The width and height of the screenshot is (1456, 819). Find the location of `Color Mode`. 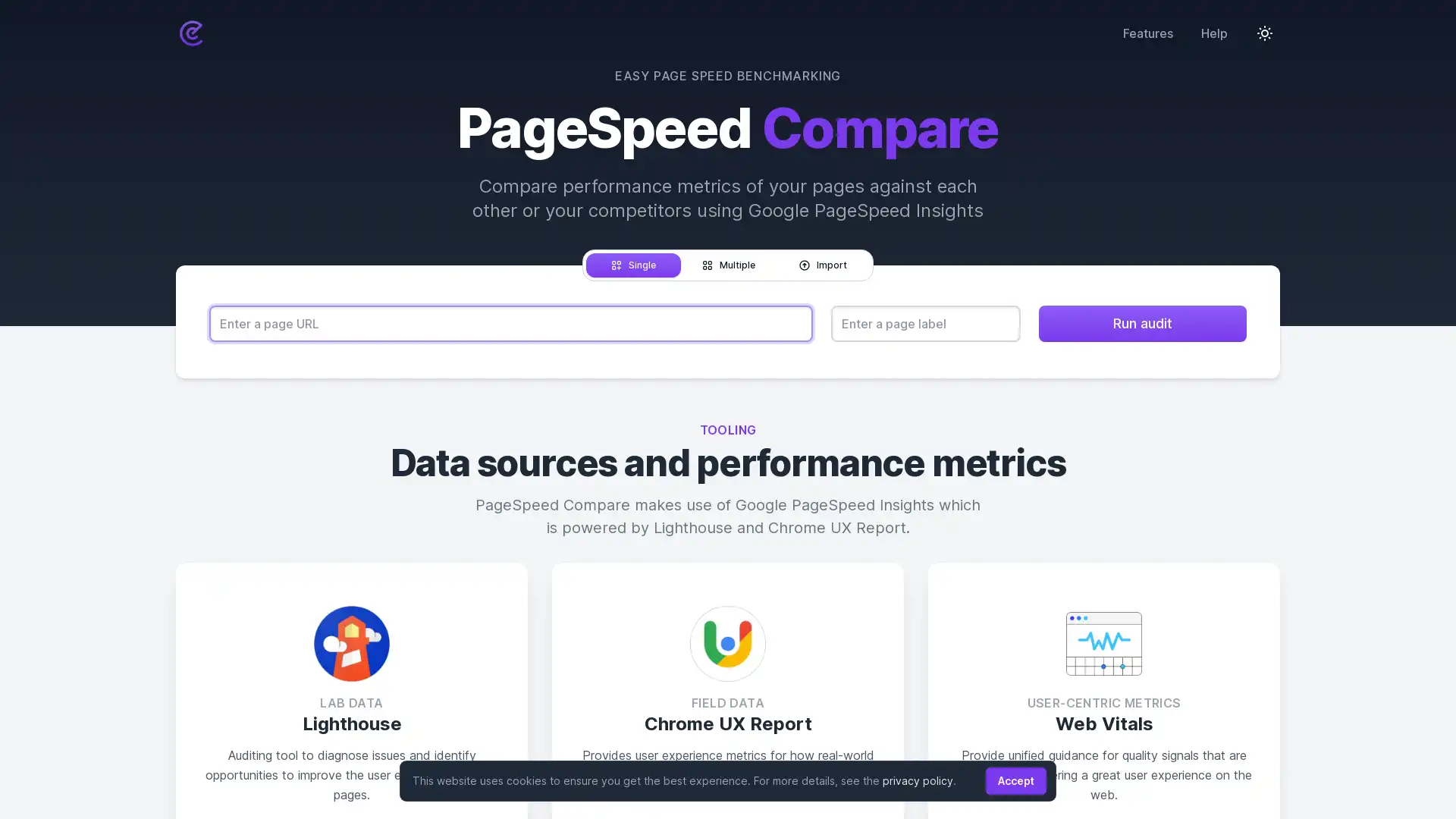

Color Mode is located at coordinates (1265, 32).